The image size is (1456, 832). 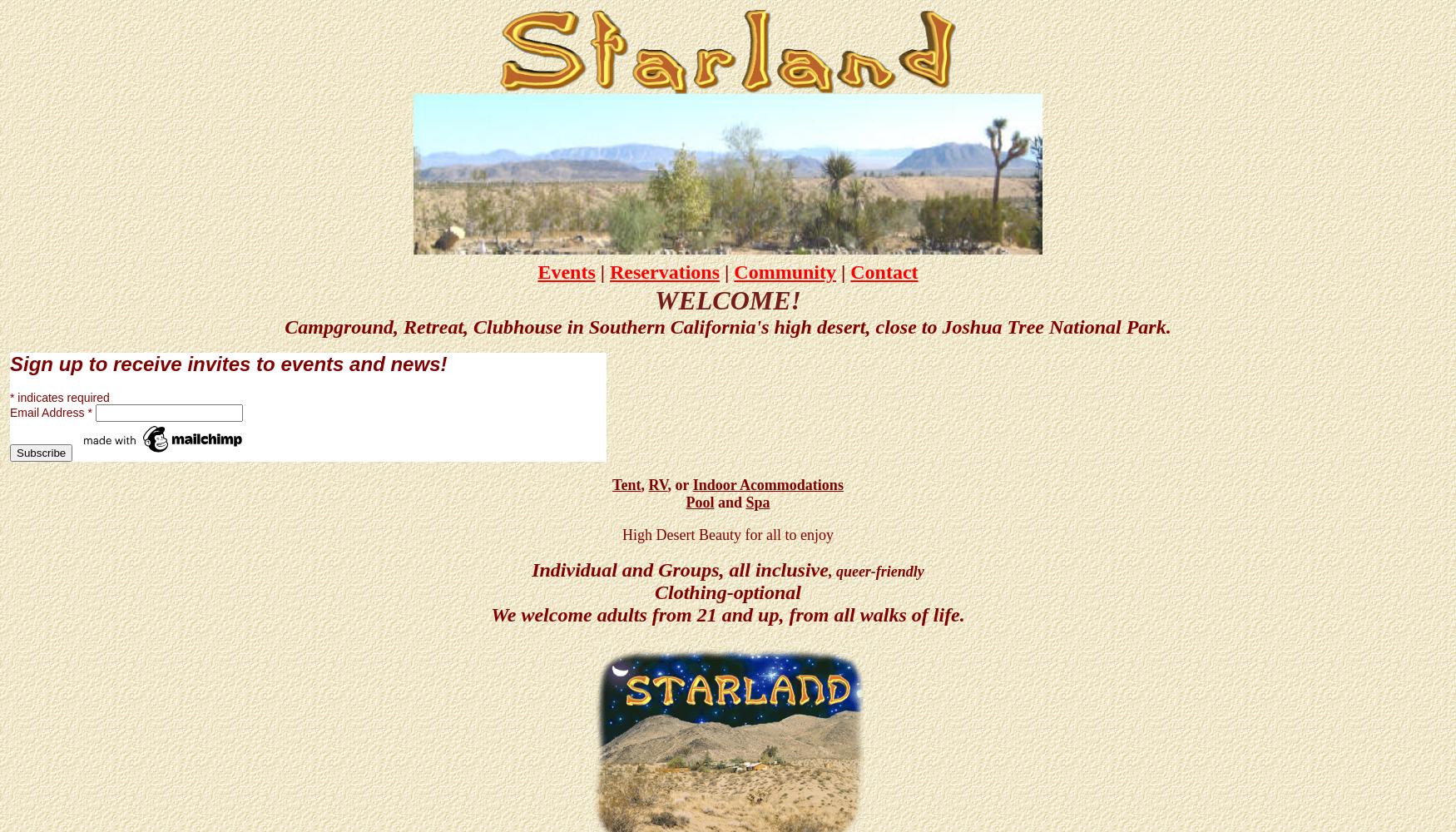 I want to click on 'Reservations', so click(x=664, y=271).